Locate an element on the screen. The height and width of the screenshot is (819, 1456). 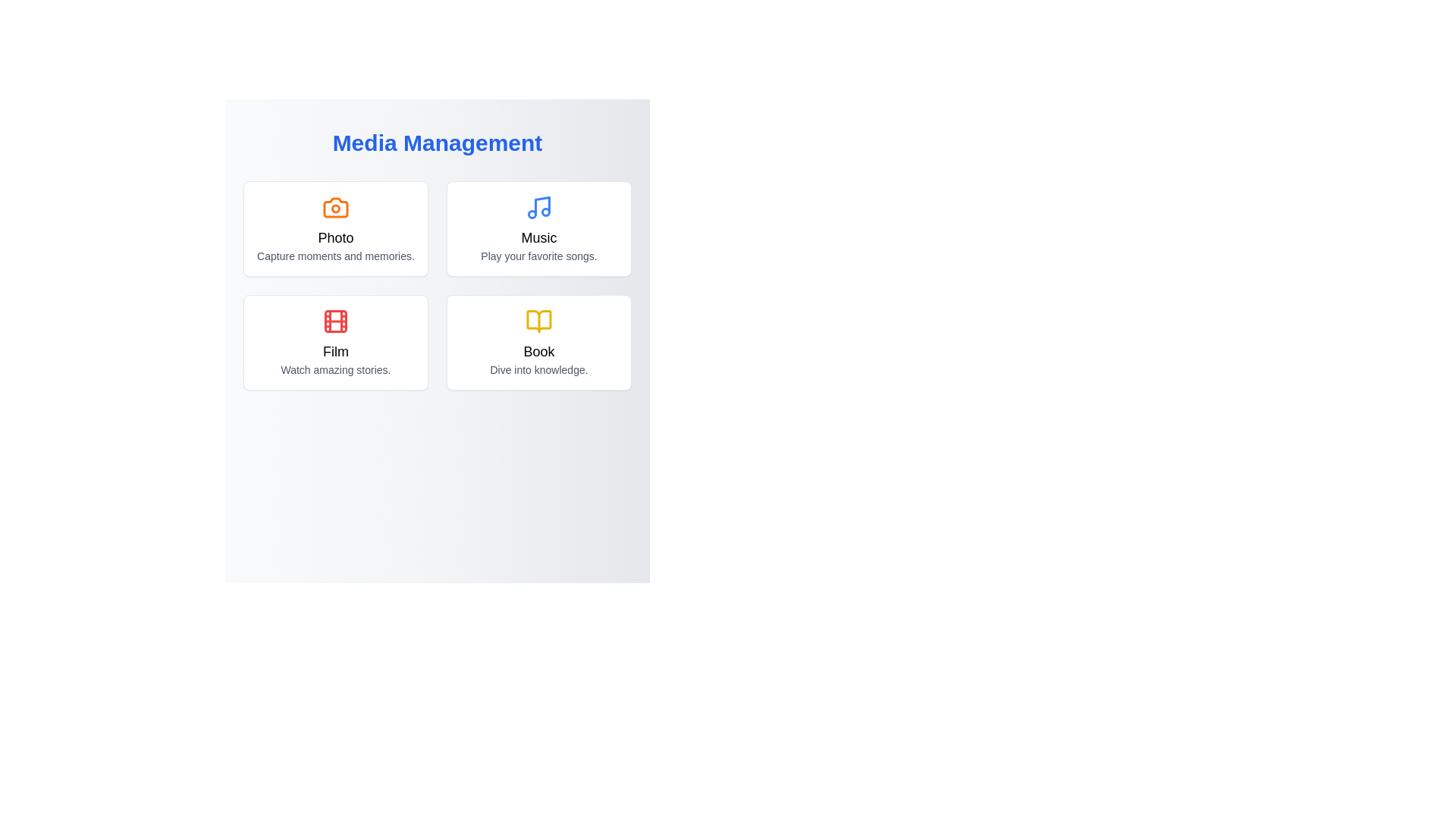
the text label that reads 'Watch amazing stories.' which is located in the 'Film' section, directly below the title text 'Film' is located at coordinates (334, 370).